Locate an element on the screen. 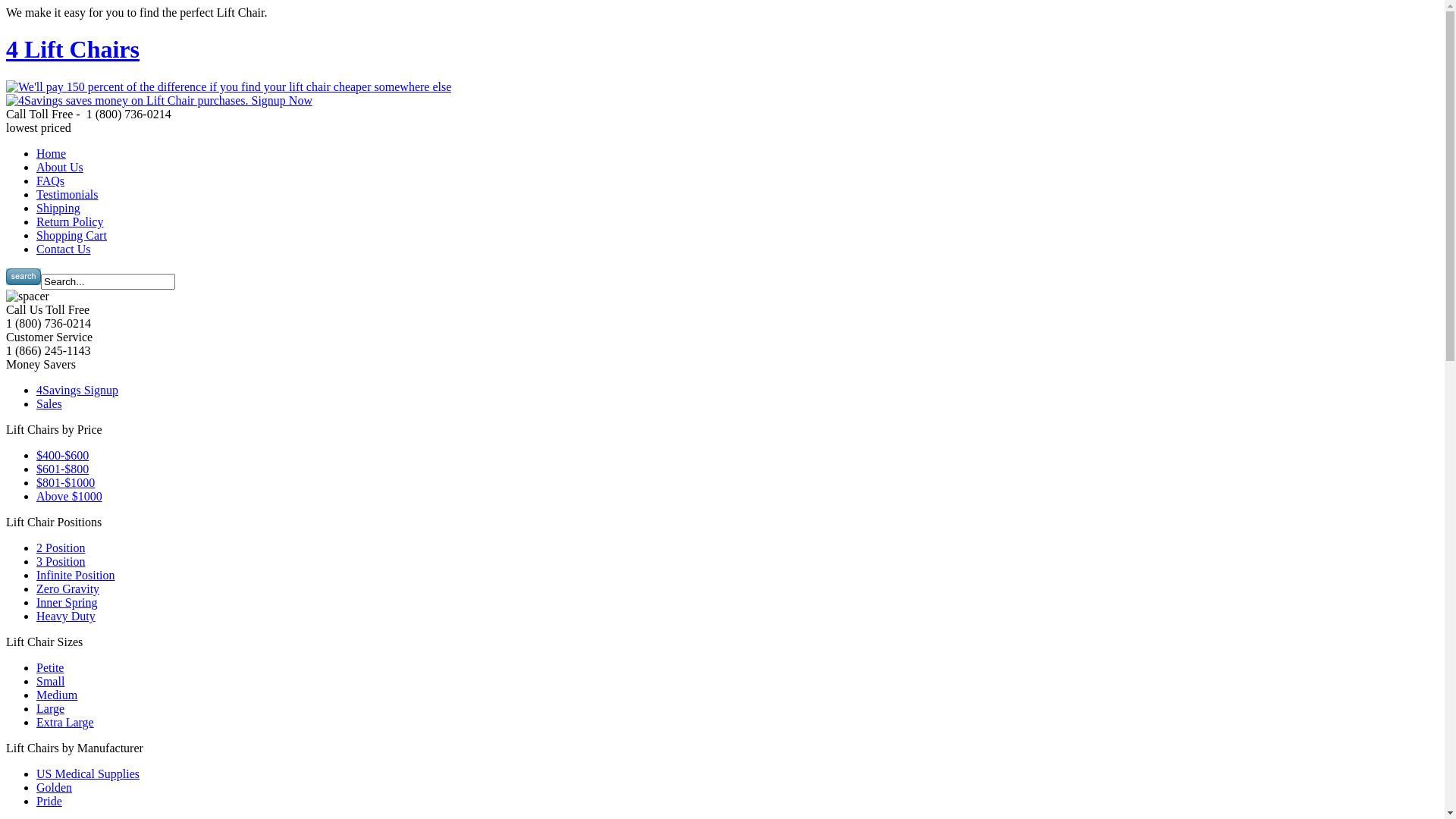 The height and width of the screenshot is (819, 1456). 'Inner Spring' is located at coordinates (65, 601).